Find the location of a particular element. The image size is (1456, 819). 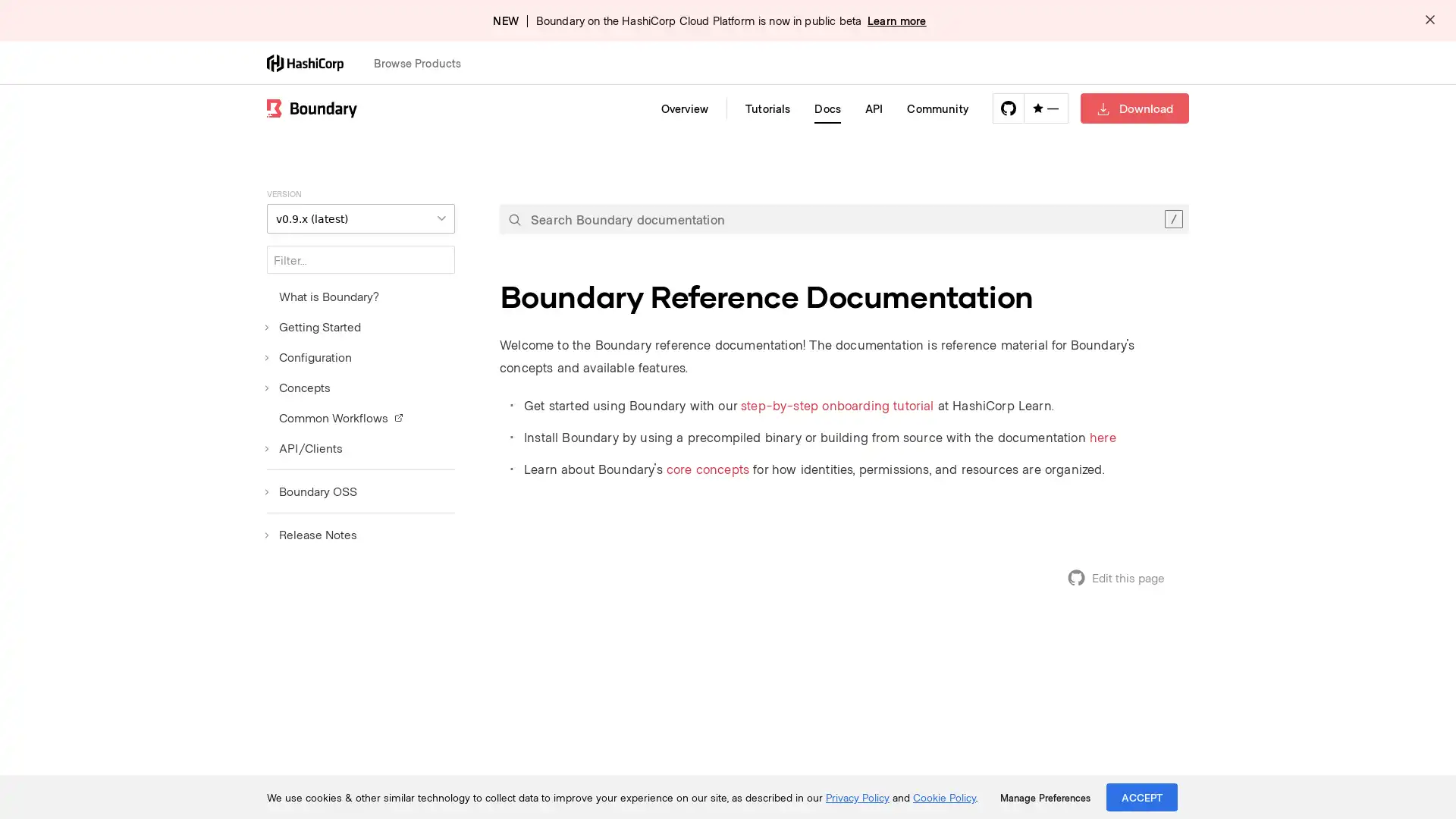

Manage Preferences is located at coordinates (1044, 797).